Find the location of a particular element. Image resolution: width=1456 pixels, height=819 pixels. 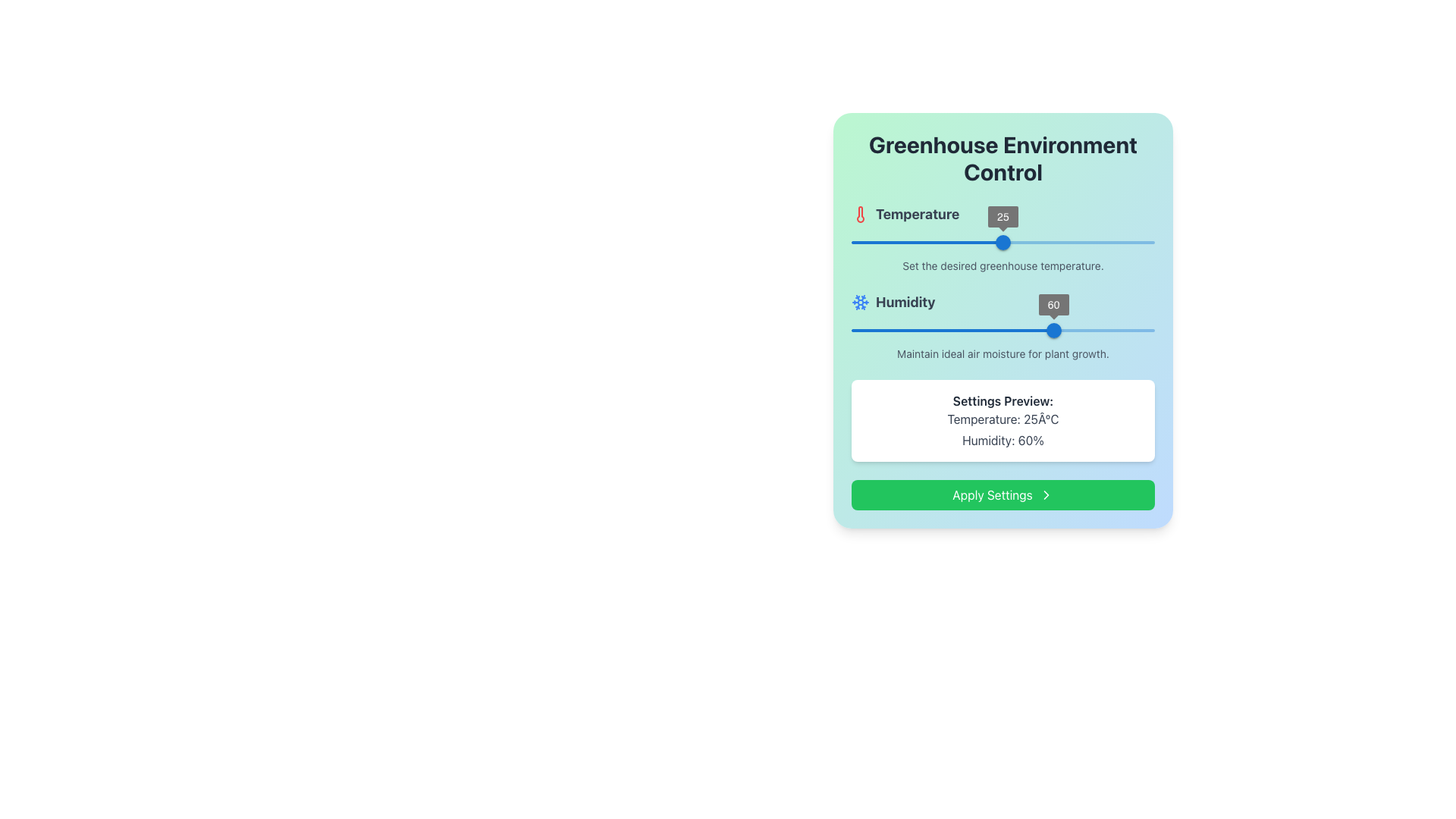

informational text label that guides the user in configuring the temperature settings for the greenhouse, located directly below the temperature slider displaying a value of 25 is located at coordinates (1003, 265).